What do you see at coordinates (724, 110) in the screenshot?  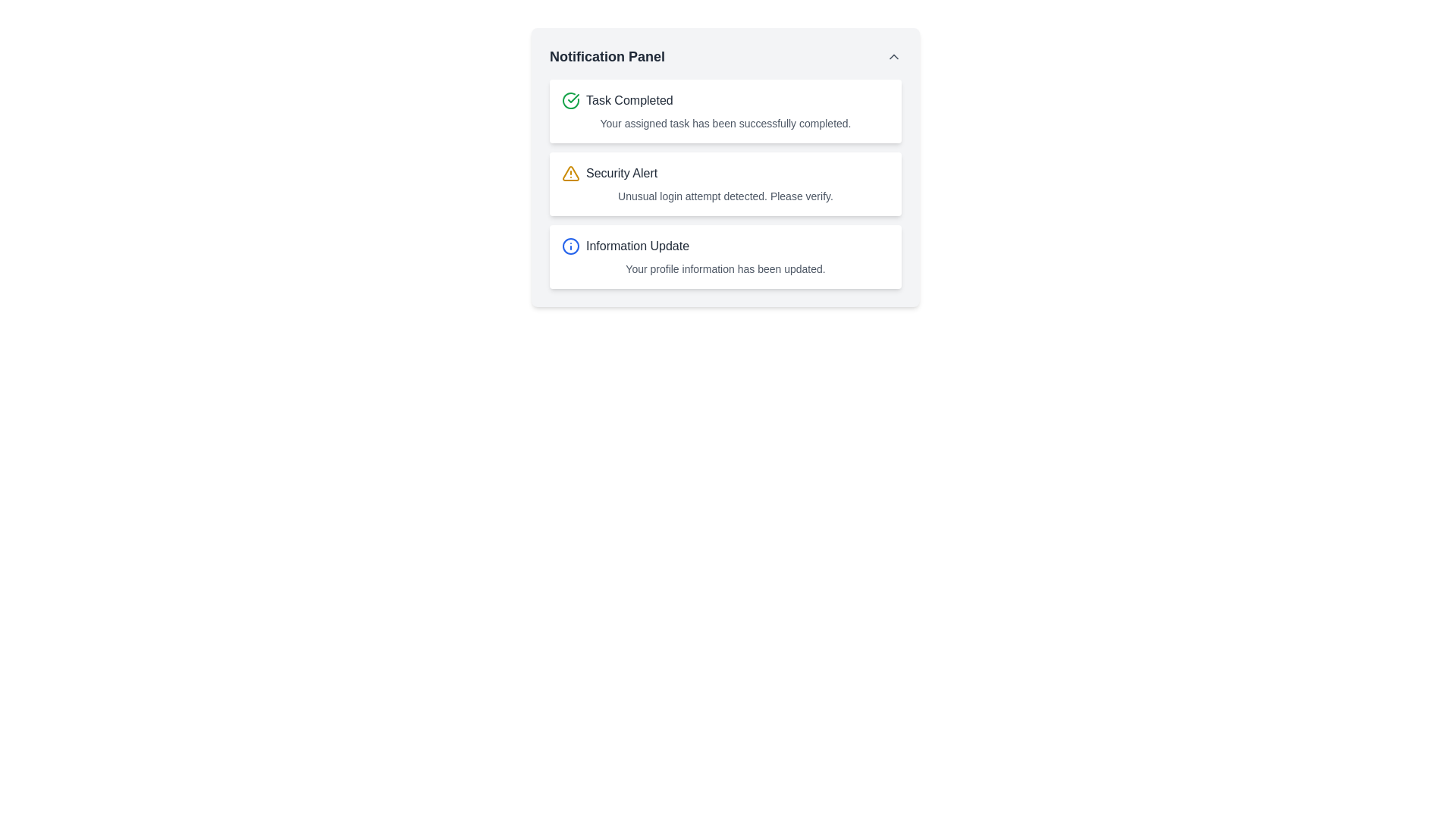 I see `message from the Notification card that displays 'Task Completed' and 'Your assigned task has been successfully completed.' This card is the first in the Notification Panel and has a white background with rounded corners` at bounding box center [724, 110].